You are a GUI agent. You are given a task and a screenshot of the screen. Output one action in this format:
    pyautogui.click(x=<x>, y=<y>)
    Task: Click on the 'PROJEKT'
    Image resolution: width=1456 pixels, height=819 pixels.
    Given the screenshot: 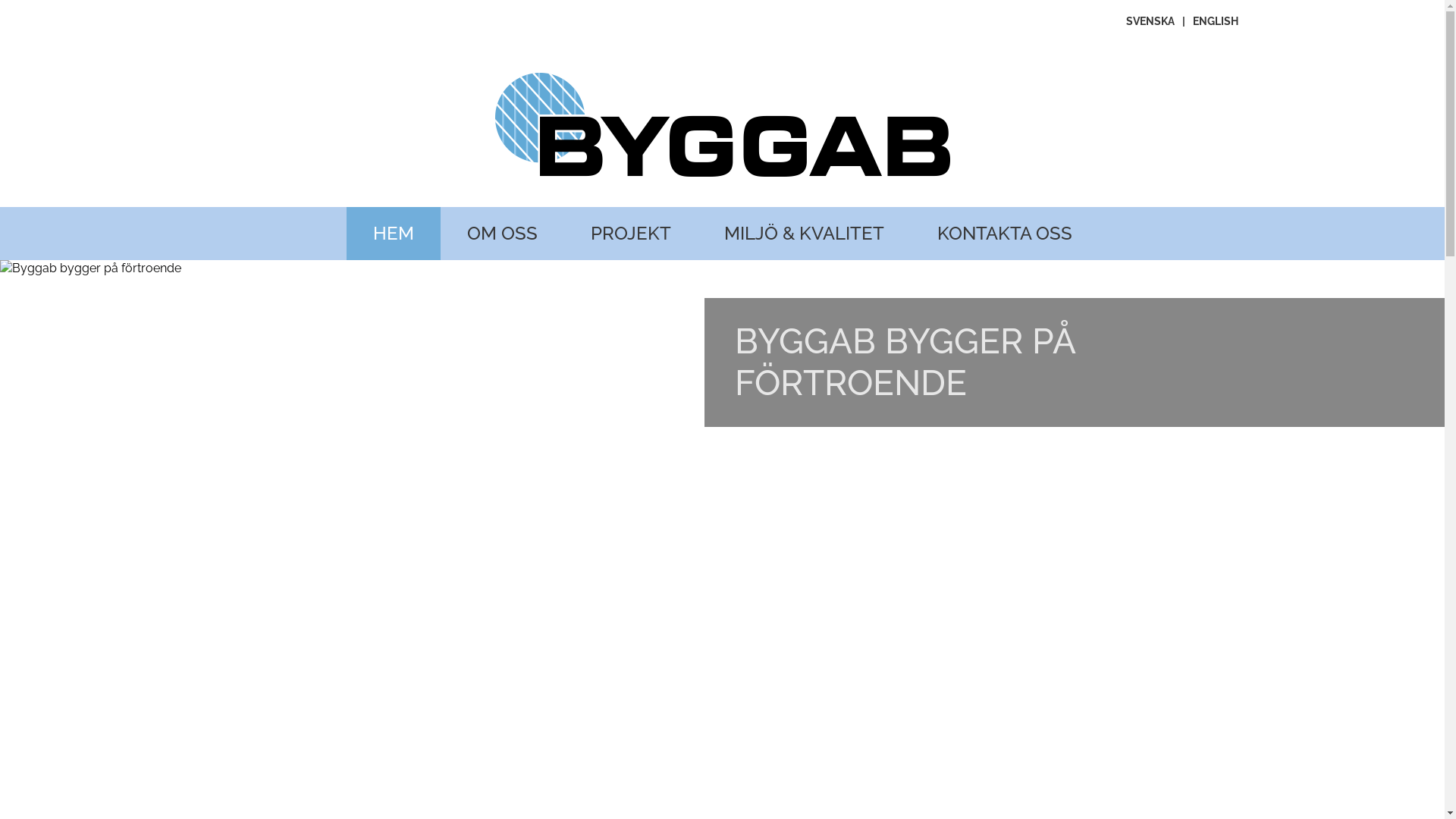 What is the action you would take?
    pyautogui.click(x=630, y=234)
    